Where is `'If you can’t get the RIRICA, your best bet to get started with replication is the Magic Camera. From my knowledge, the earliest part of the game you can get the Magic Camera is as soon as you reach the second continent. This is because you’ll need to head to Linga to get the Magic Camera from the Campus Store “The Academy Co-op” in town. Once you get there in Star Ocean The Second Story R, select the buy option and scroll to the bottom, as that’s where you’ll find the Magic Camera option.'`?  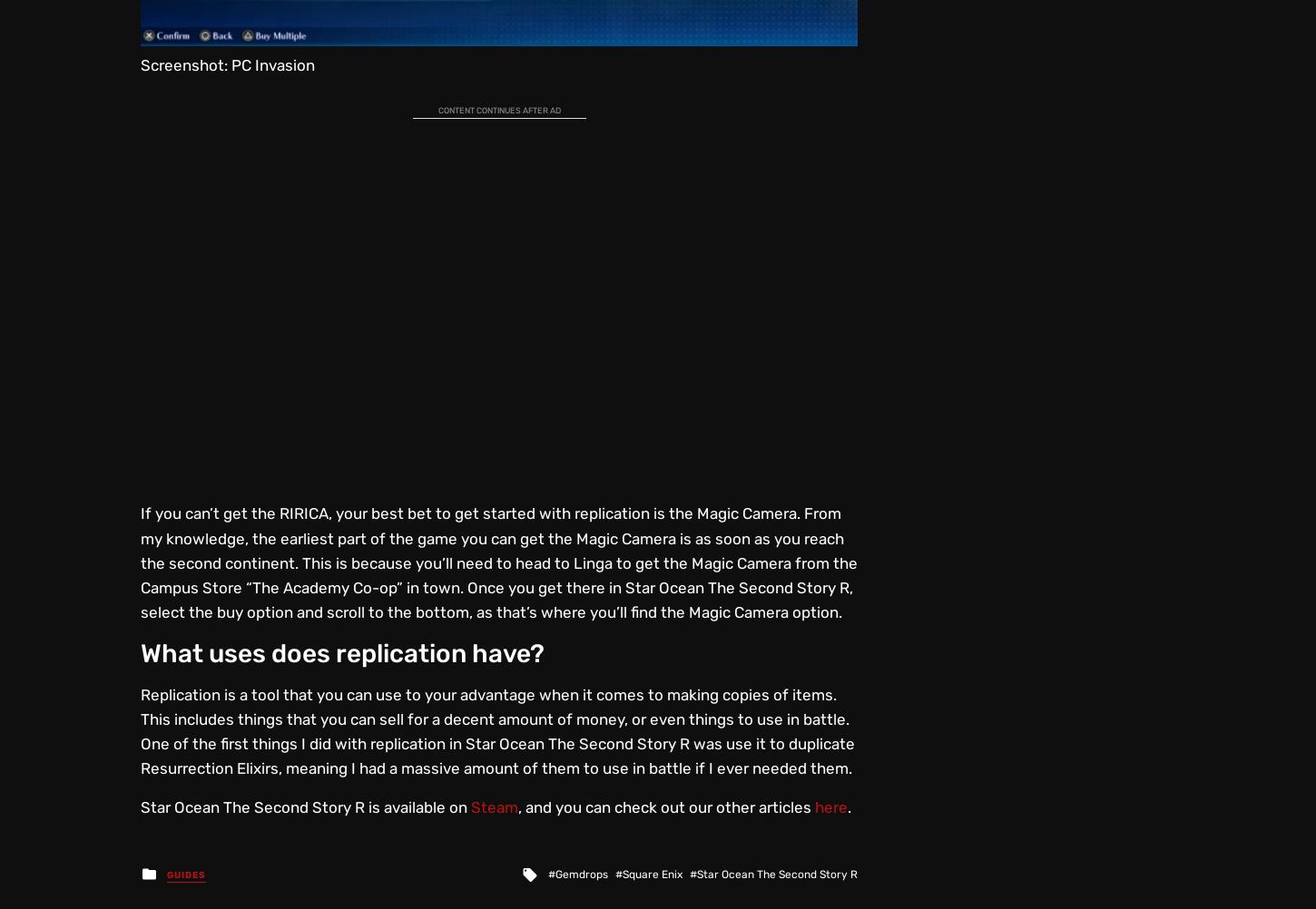 'If you can’t get the RIRICA, your best bet to get started with replication is the Magic Camera. From my knowledge, the earliest part of the game you can get the Magic Camera is as soon as you reach the second continent. This is because you’ll need to head to Linga to get the Magic Camera from the Campus Store “The Academy Co-op” in town. Once you get there in Star Ocean The Second Story R, select the buy option and scroll to the bottom, as that’s where you’ll find the Magic Camera option.' is located at coordinates (498, 562).